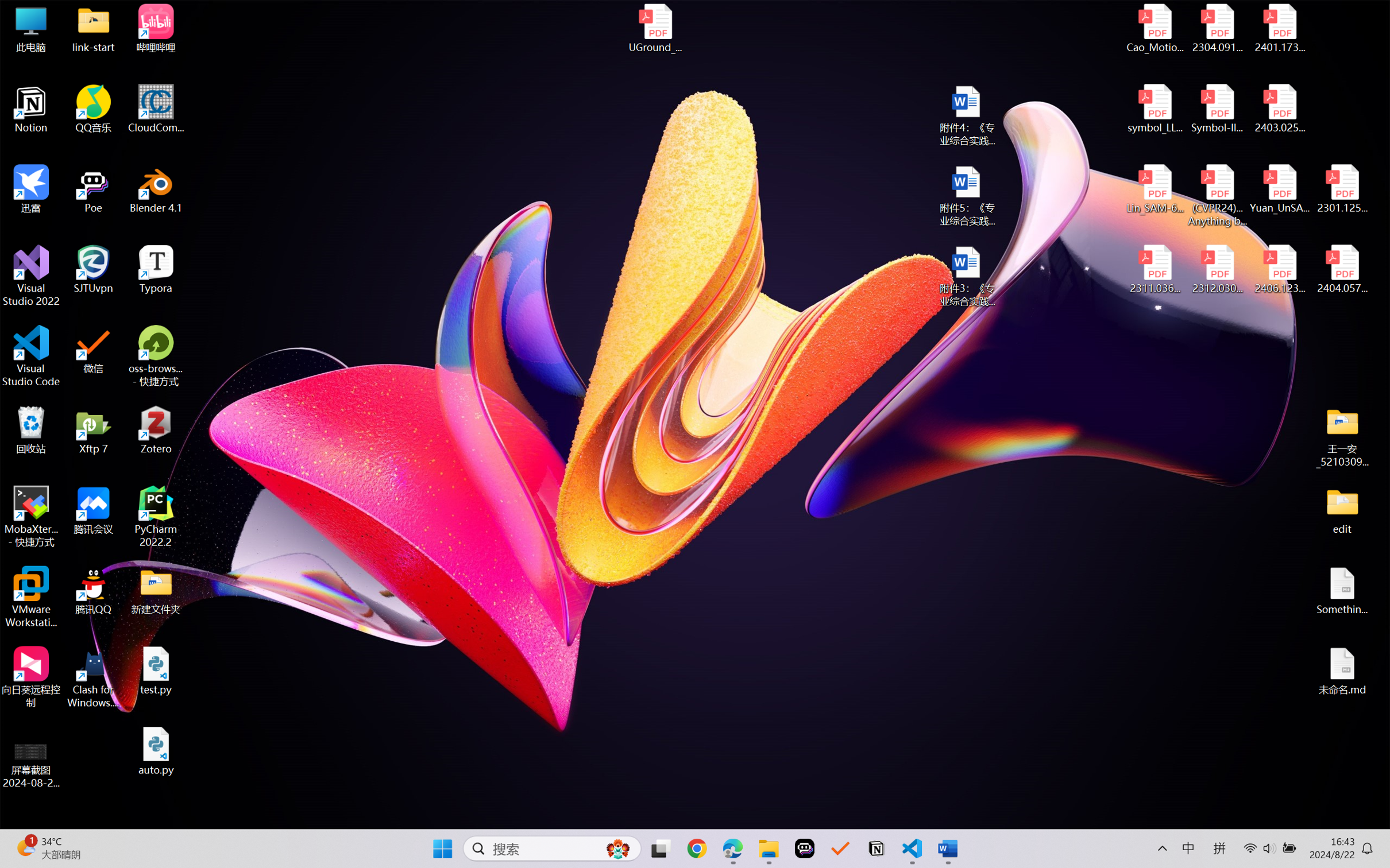  I want to click on 'Something.md', so click(1341, 591).